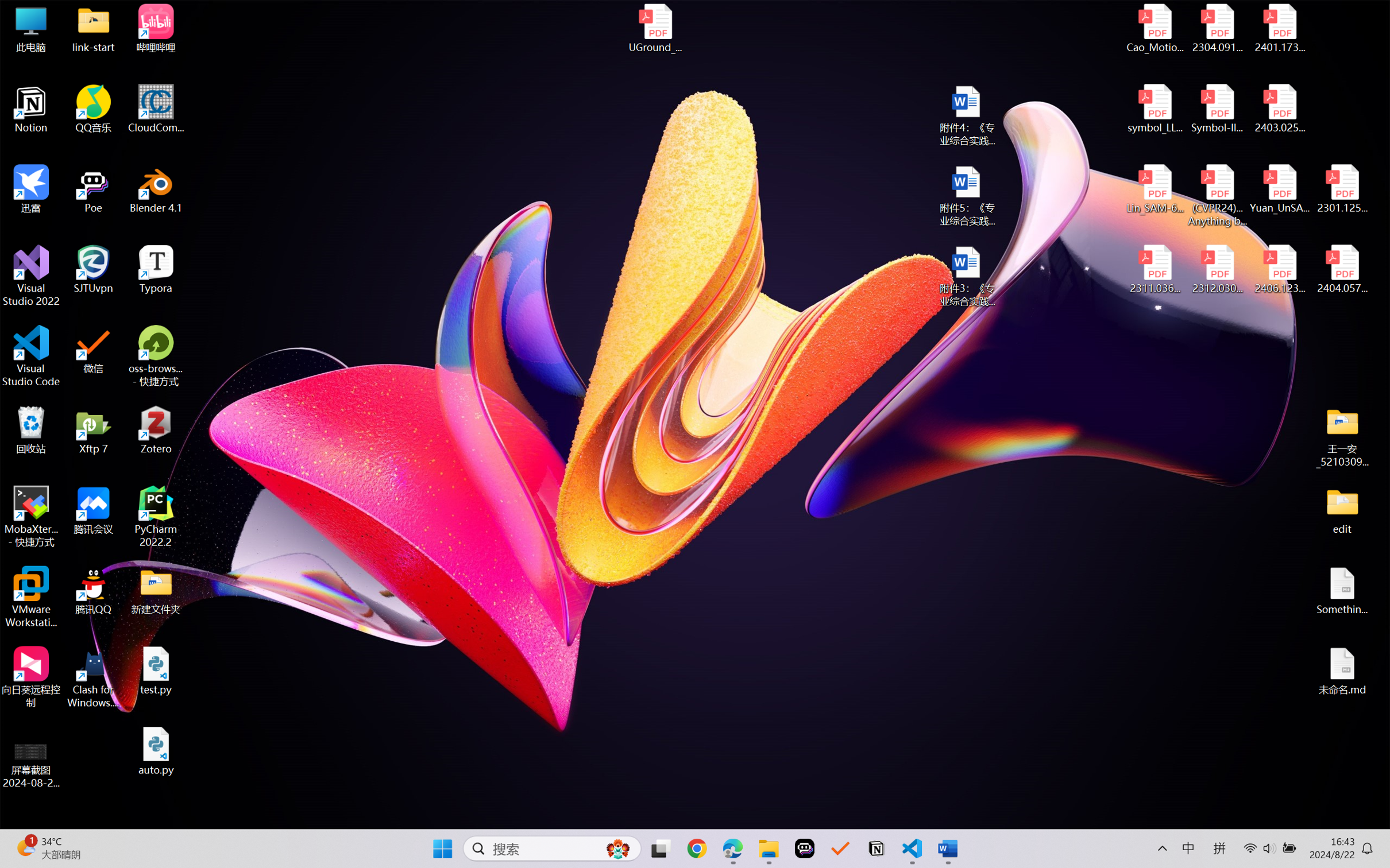  I want to click on 'Something.md', so click(1341, 591).